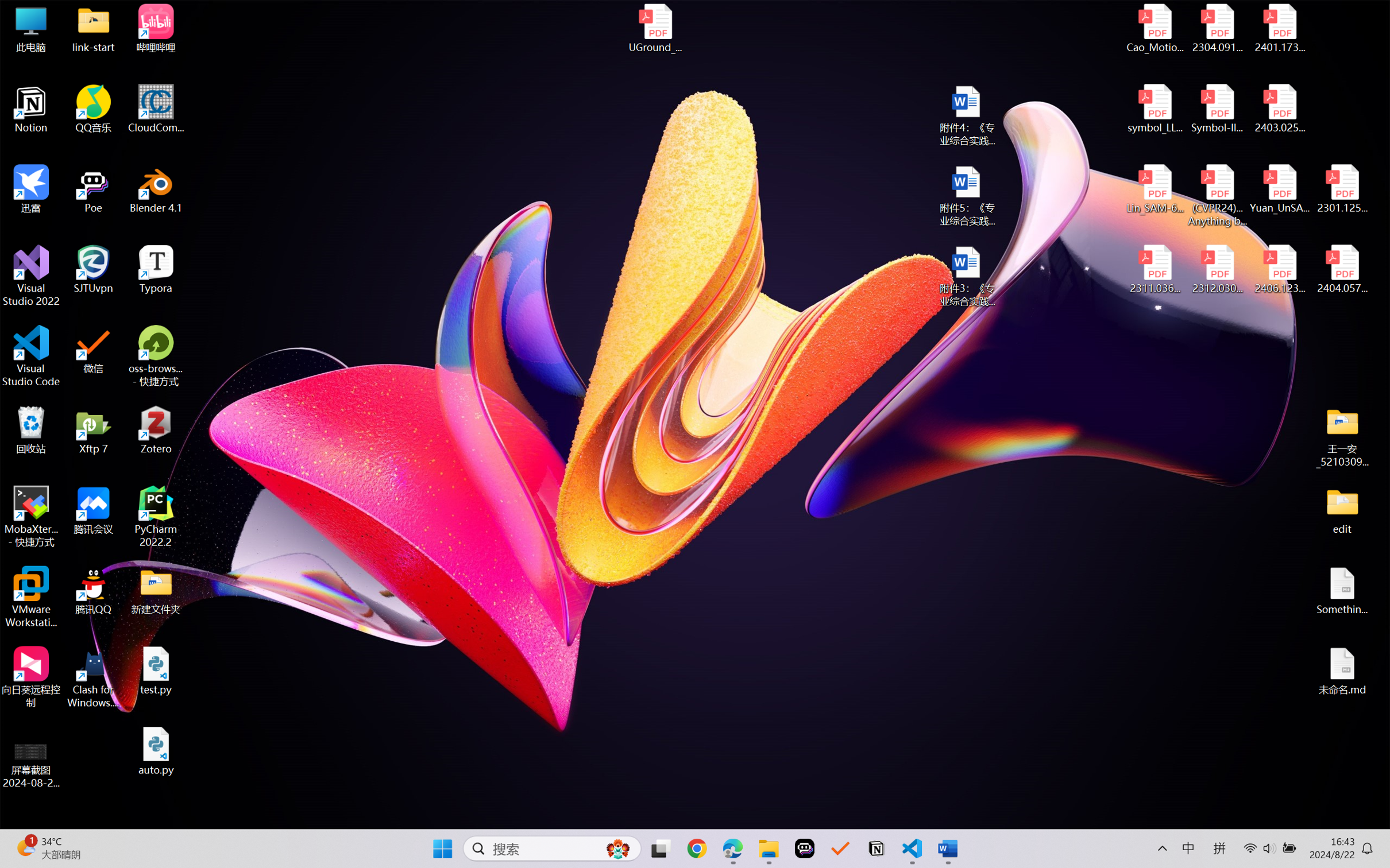  I want to click on 'Something.md', so click(1341, 591).